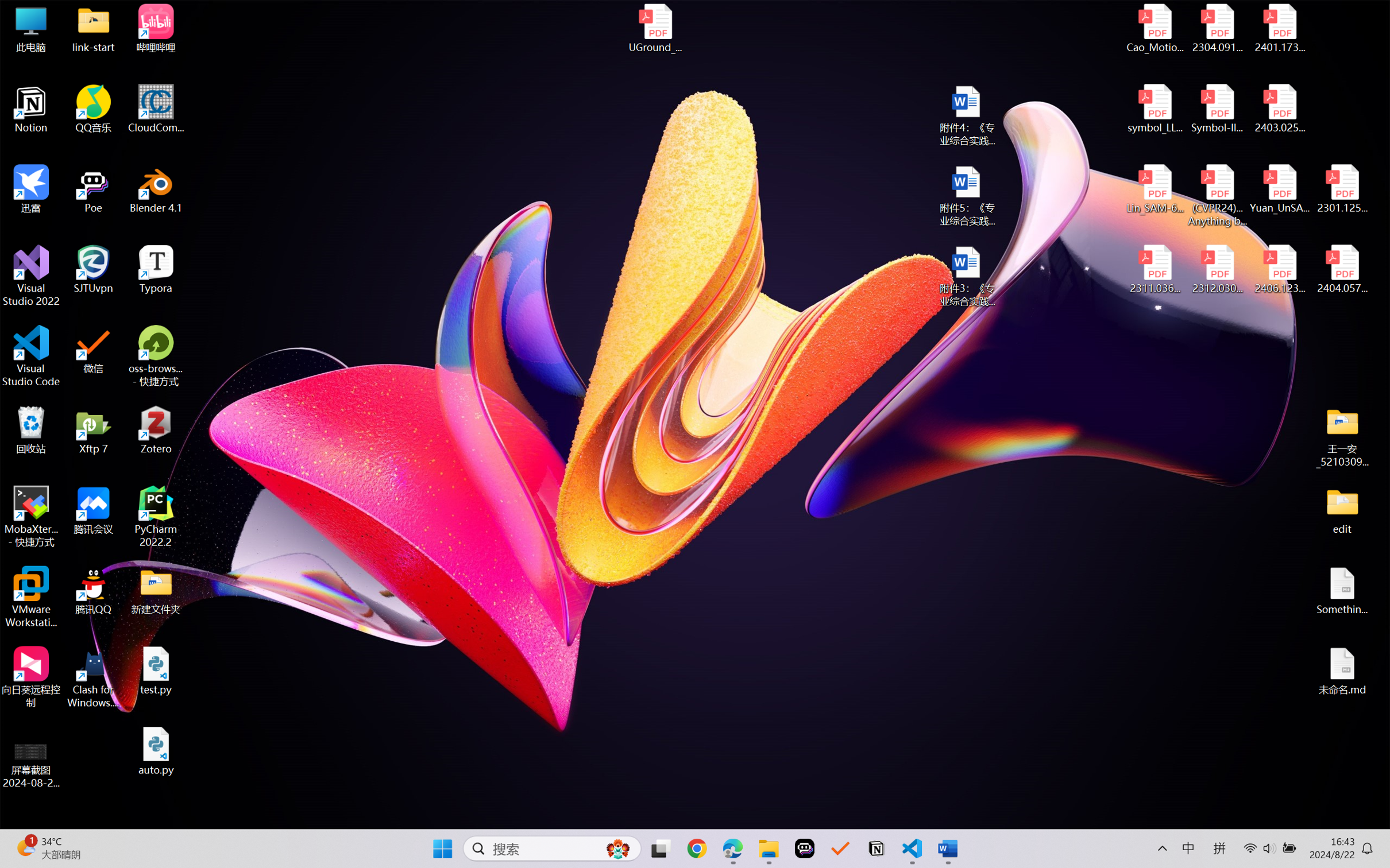  I want to click on 'Something.md', so click(1341, 591).